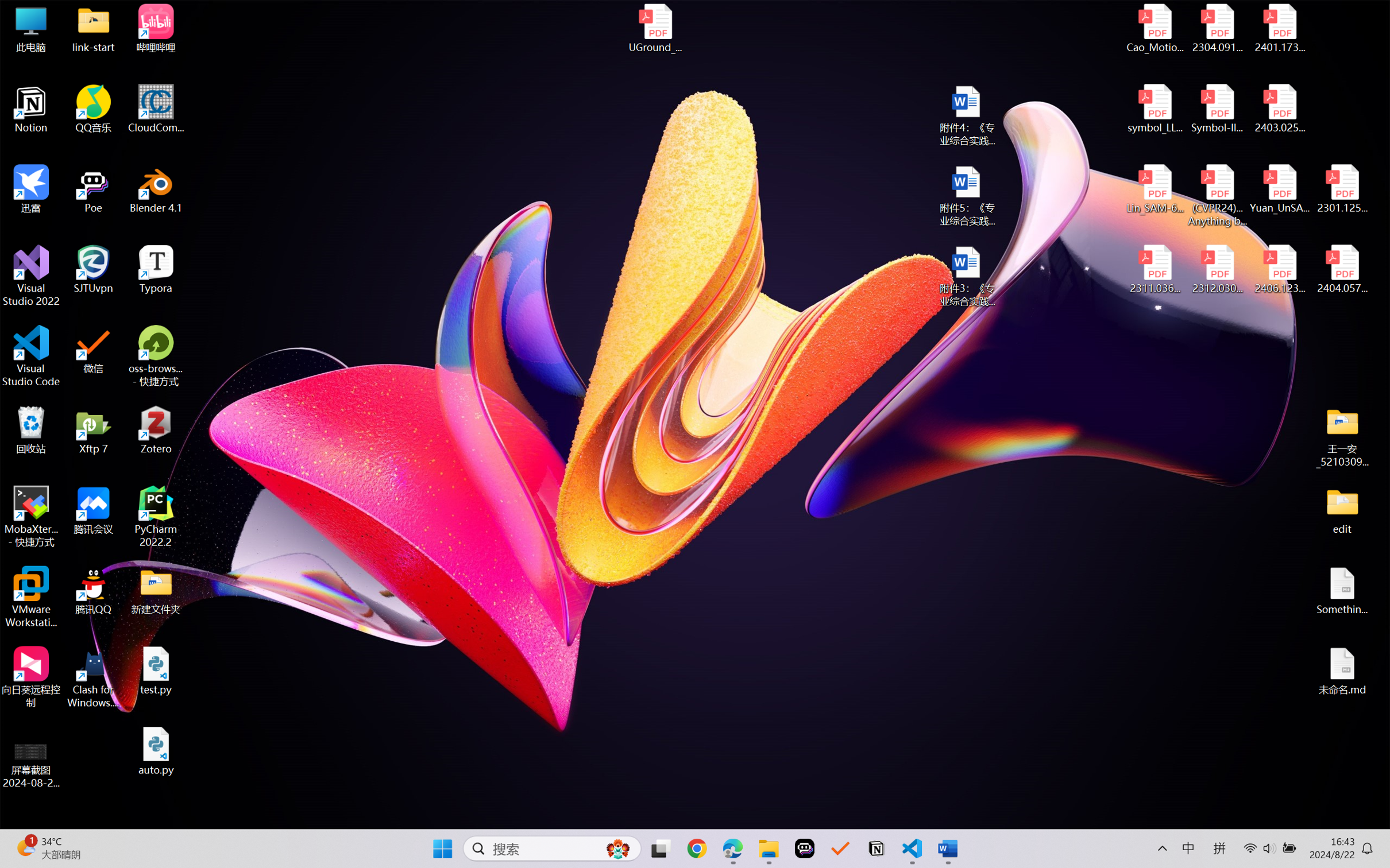  I want to click on 'Something.md', so click(1341, 591).